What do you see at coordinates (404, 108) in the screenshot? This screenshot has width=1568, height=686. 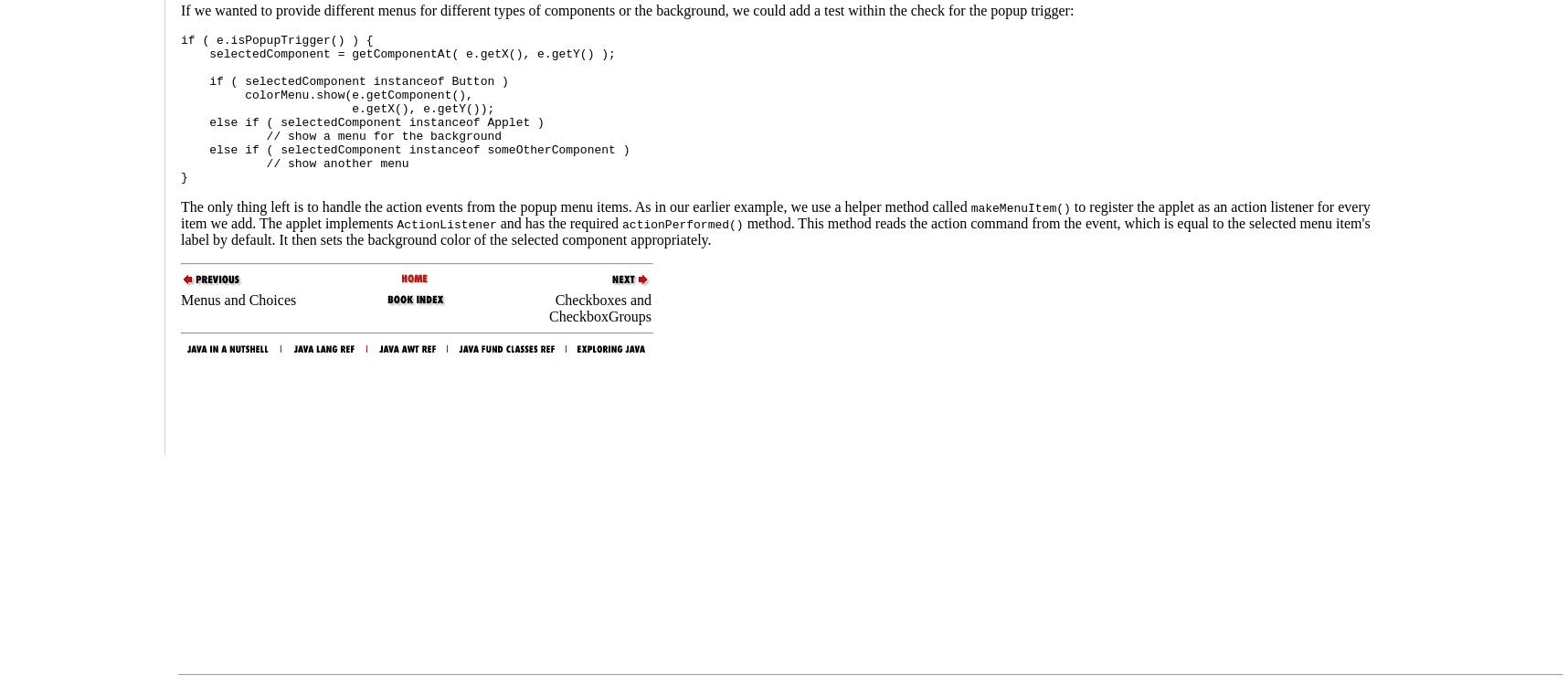 I see `'if ( e.isPopupTrigger() ) {
    selectedComponent = getComponentAt( e.getX(), e.getY() );
          
    if ( selectedComponent instanceof Button )
         colorMenu.show(e.getComponent(), 
                        e.getX(), e.getY());
    else if ( selectedComponent instanceof Applet )
            // show a menu for the background
    else if ( selectedComponent instanceof someOtherComponent )
            // show another menu
}'` at bounding box center [404, 108].